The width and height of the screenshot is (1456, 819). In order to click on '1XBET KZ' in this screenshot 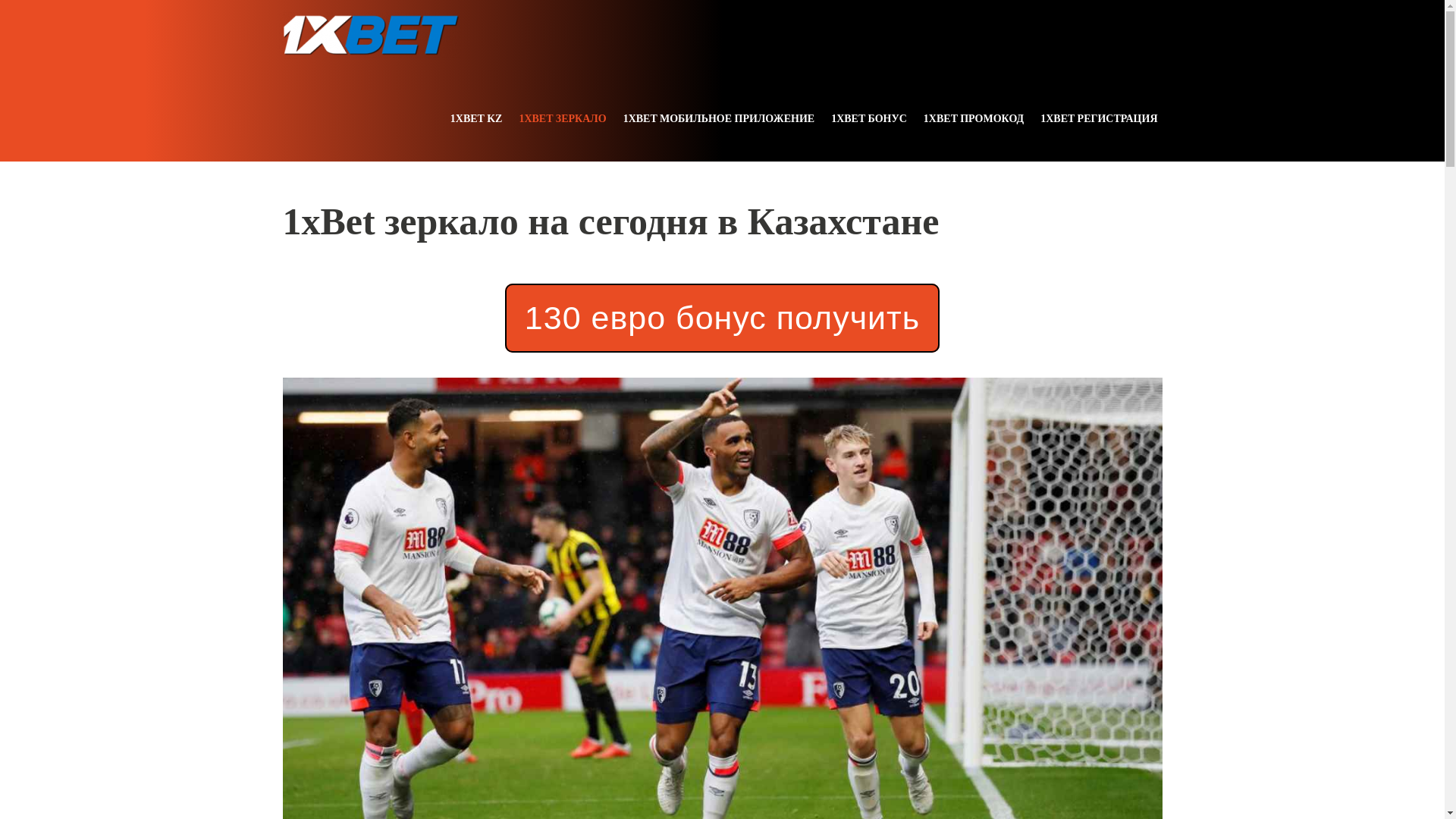, I will do `click(475, 118)`.